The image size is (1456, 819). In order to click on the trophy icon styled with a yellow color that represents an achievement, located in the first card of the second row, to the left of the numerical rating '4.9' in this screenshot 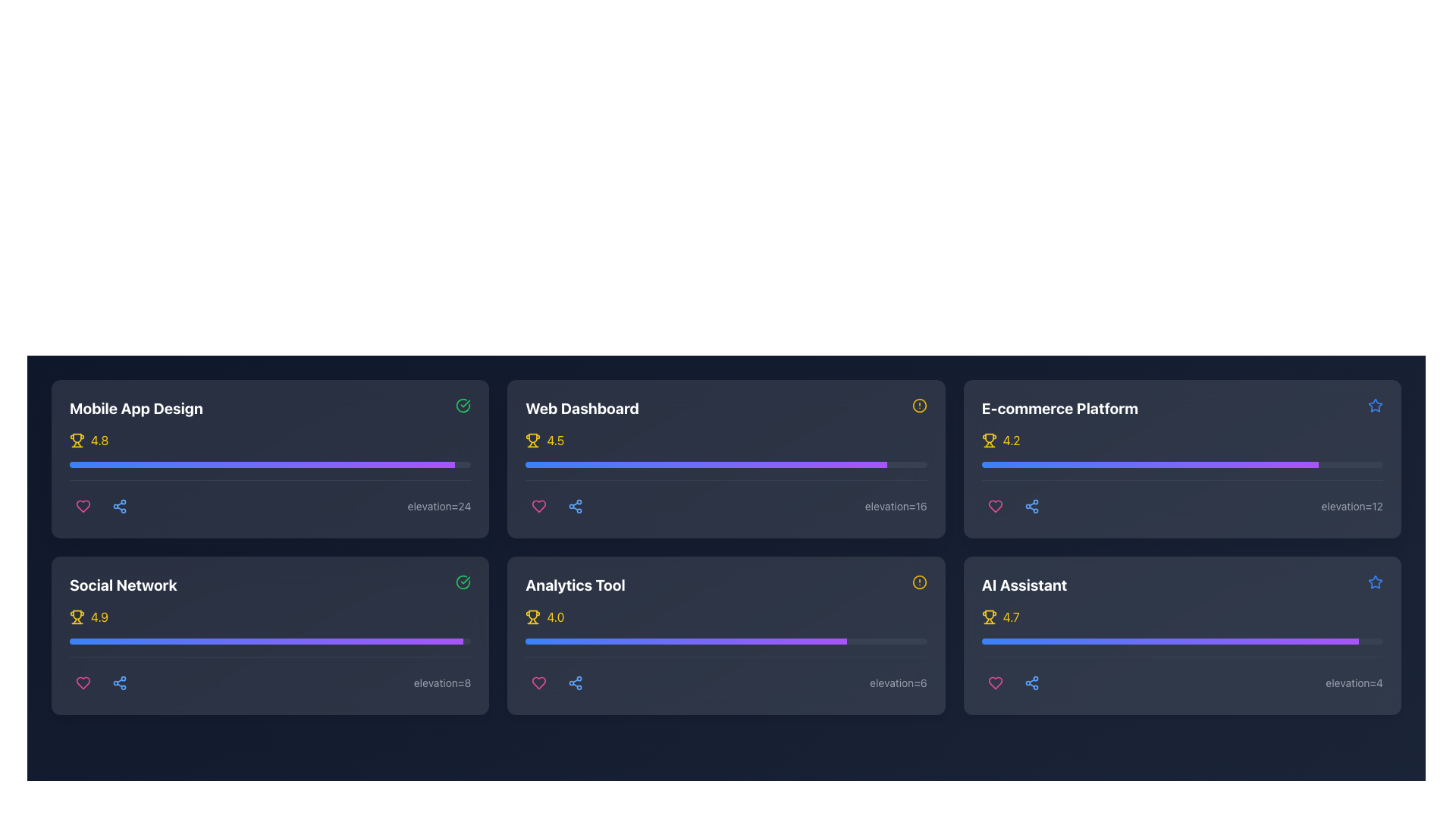, I will do `click(76, 617)`.